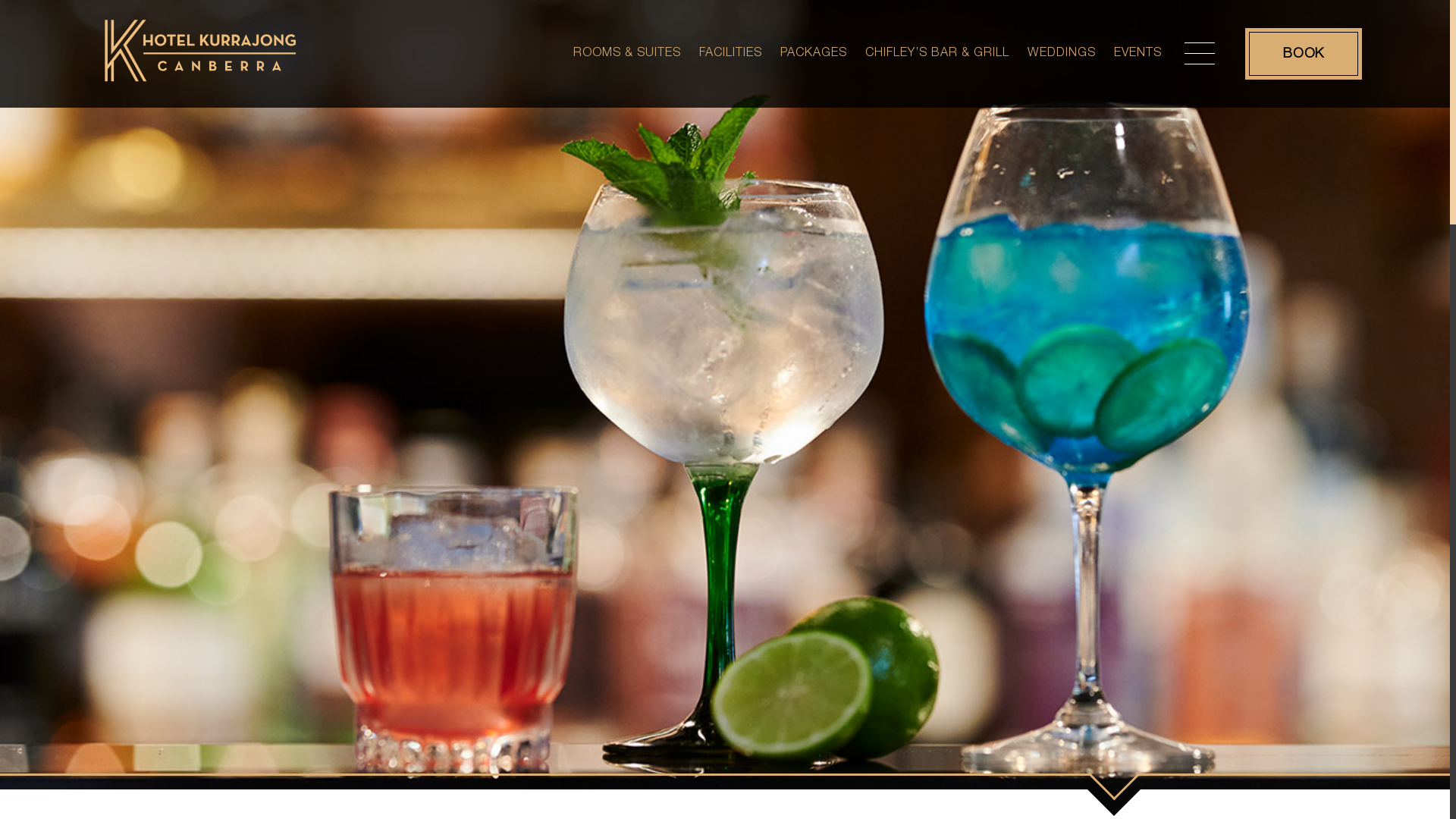  I want to click on 'PACKAGES', so click(780, 42).